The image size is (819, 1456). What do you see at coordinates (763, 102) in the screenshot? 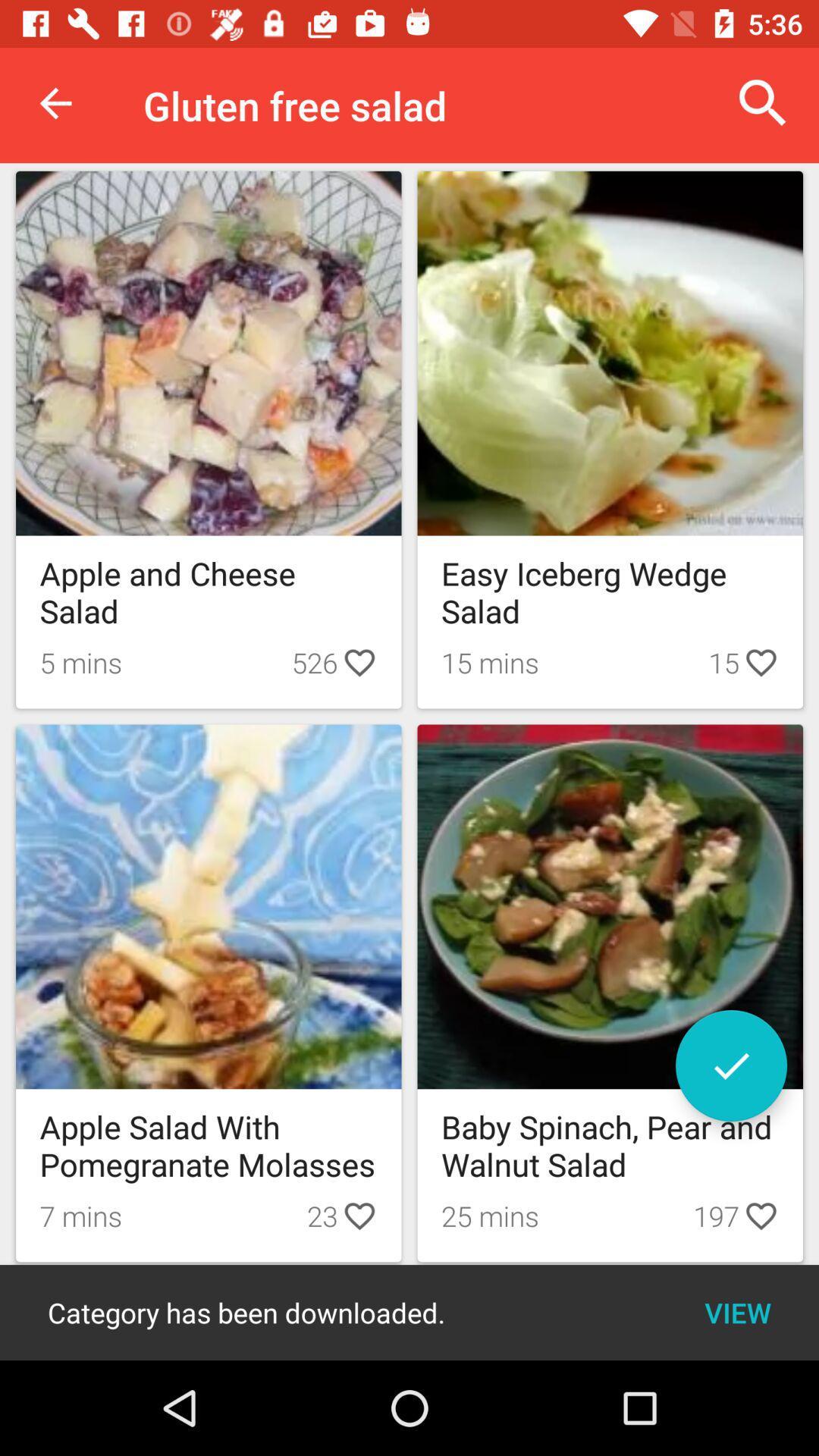
I see `the item next to the gluten free salad` at bounding box center [763, 102].